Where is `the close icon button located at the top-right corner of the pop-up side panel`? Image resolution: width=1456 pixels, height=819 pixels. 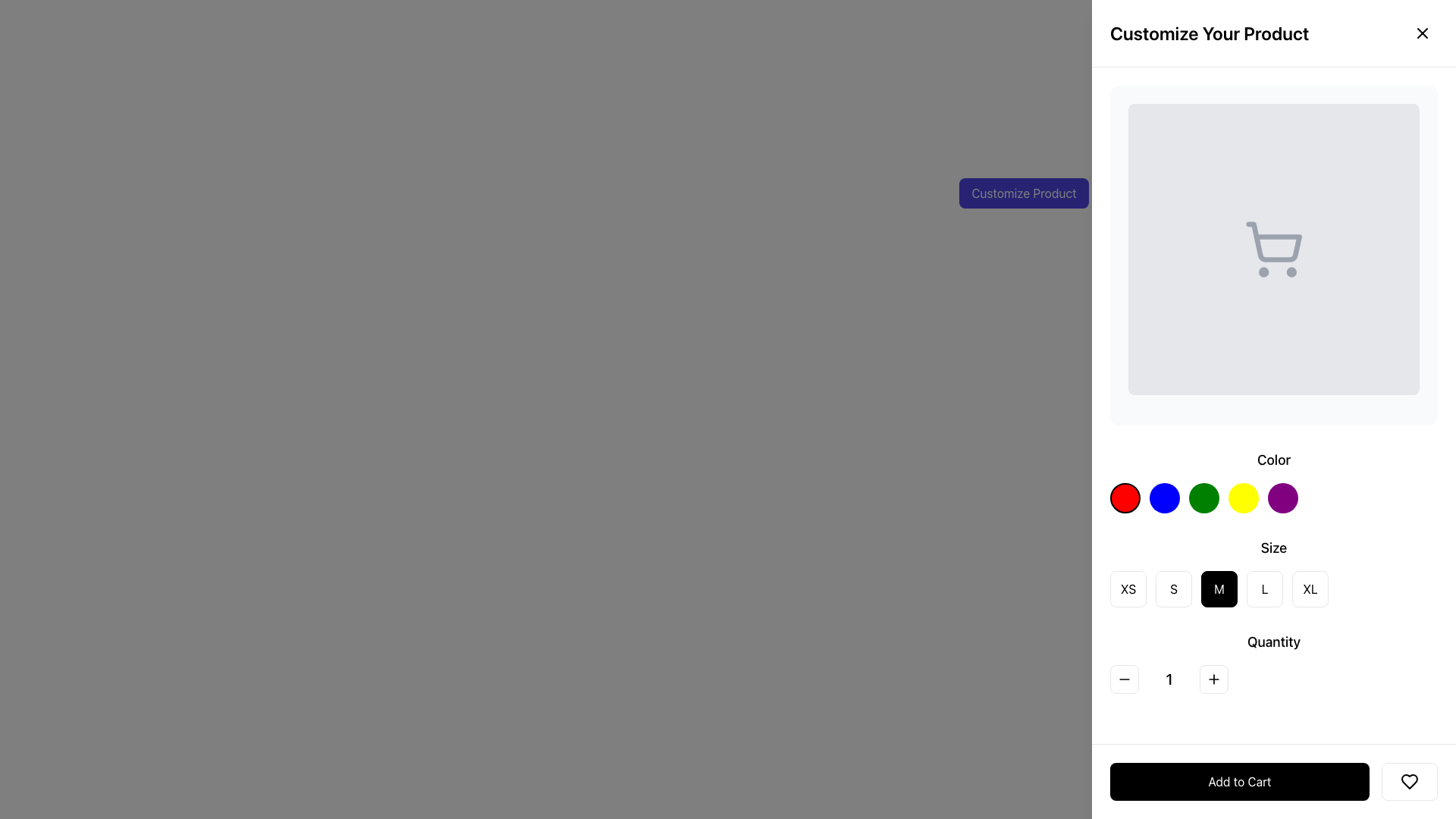
the close icon button located at the top-right corner of the pop-up side panel is located at coordinates (1422, 33).